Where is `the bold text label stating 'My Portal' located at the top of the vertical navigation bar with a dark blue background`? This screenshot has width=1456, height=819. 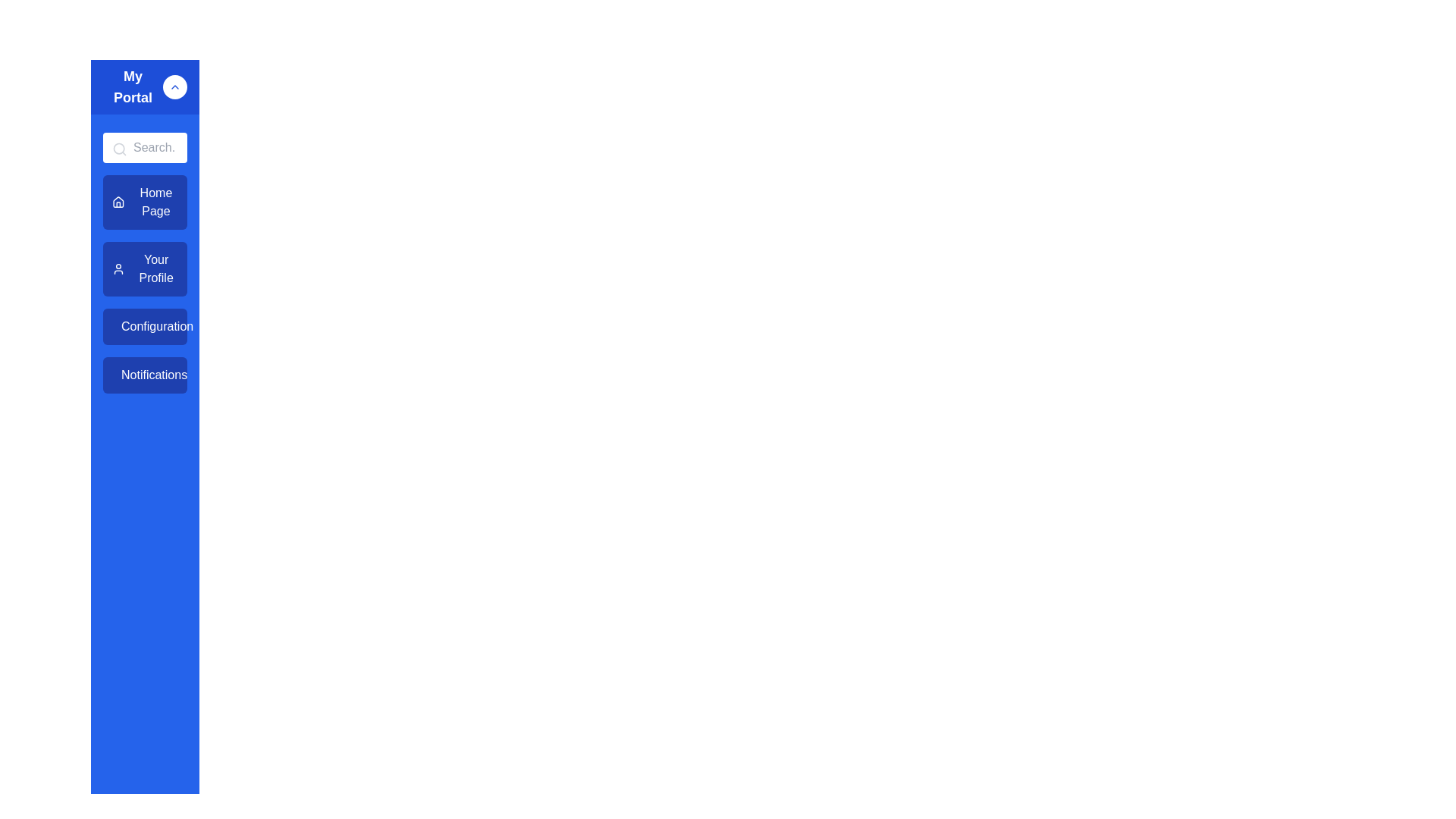 the bold text label stating 'My Portal' located at the top of the vertical navigation bar with a dark blue background is located at coordinates (133, 87).